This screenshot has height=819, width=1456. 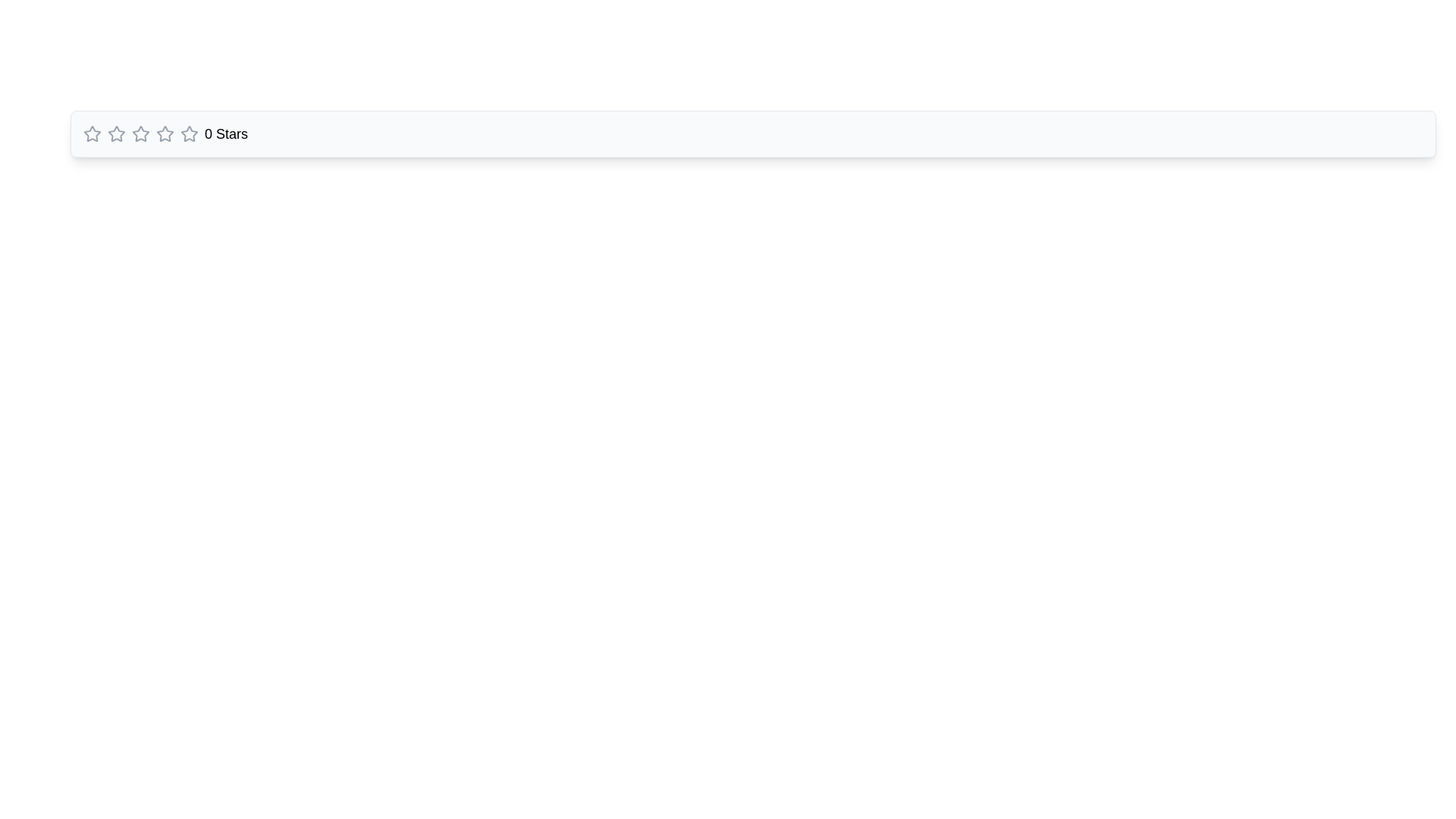 I want to click on the third star icon in the rating system, so click(x=164, y=133).